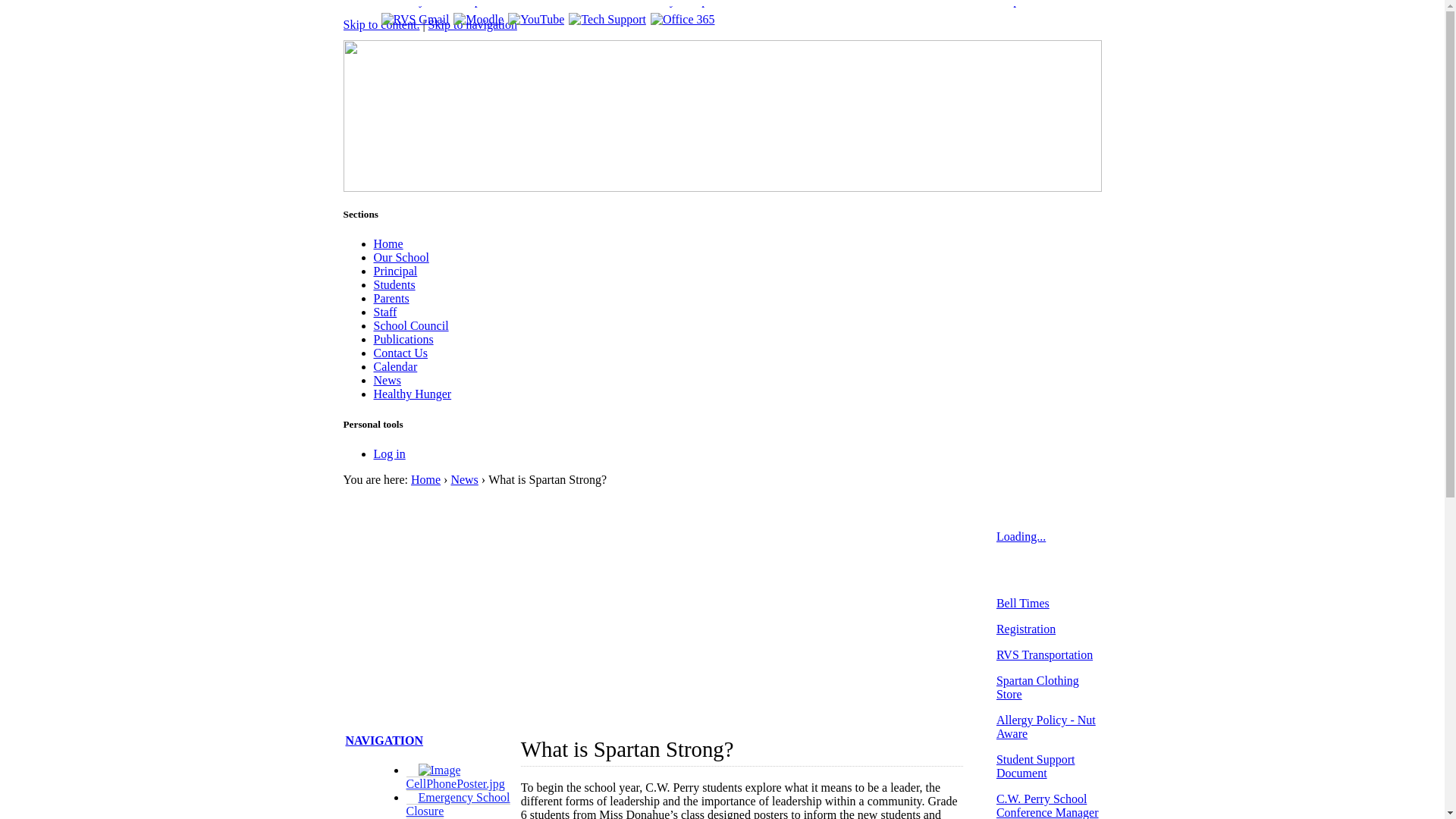  Describe the element at coordinates (1037, 687) in the screenshot. I see `'Spartan Clothing Store'` at that location.